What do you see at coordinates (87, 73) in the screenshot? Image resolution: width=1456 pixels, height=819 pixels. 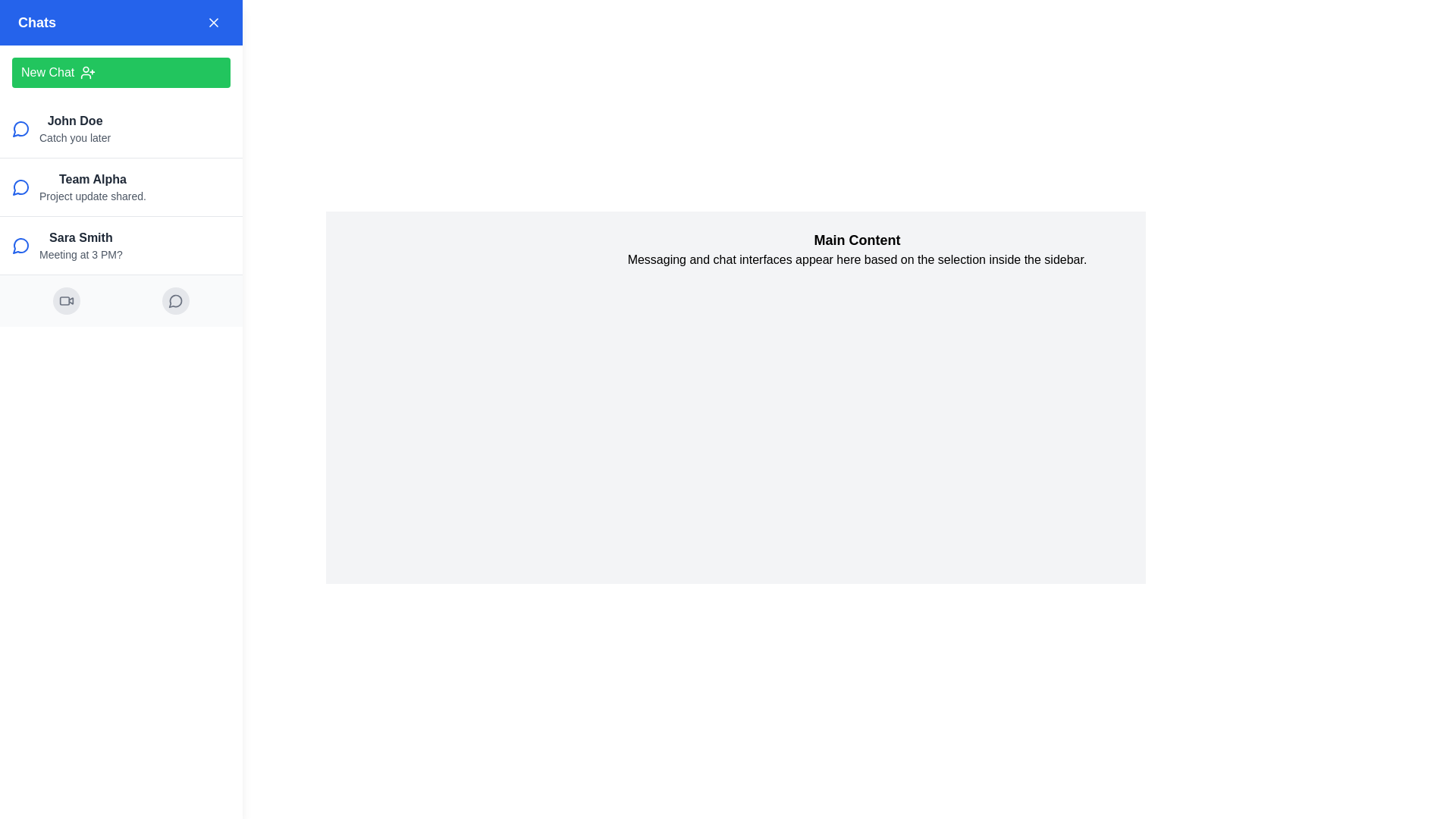 I see `the icon within the 'New Chat' green button located at the top left corner of the interface` at bounding box center [87, 73].